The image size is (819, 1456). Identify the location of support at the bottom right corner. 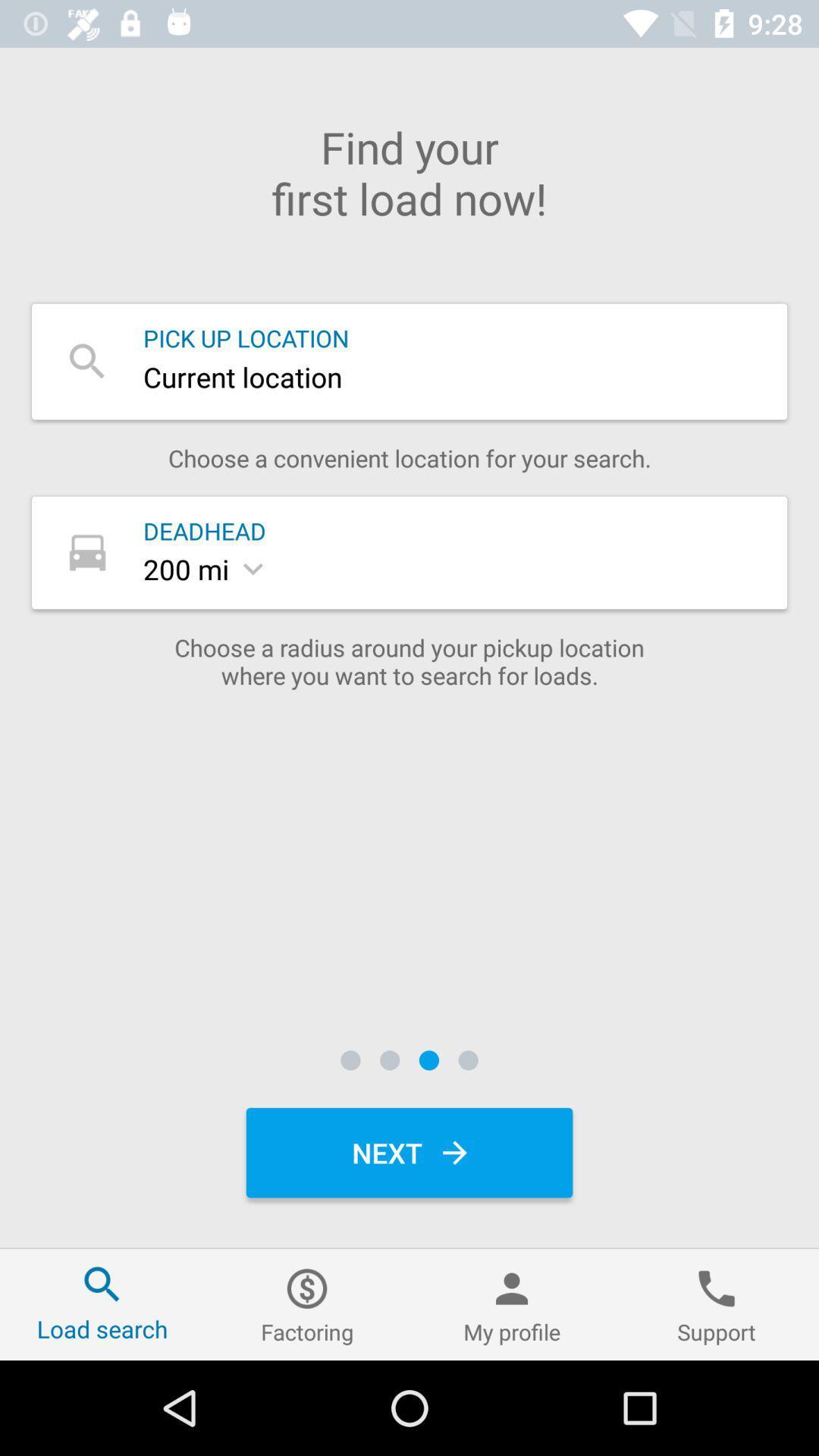
(717, 1304).